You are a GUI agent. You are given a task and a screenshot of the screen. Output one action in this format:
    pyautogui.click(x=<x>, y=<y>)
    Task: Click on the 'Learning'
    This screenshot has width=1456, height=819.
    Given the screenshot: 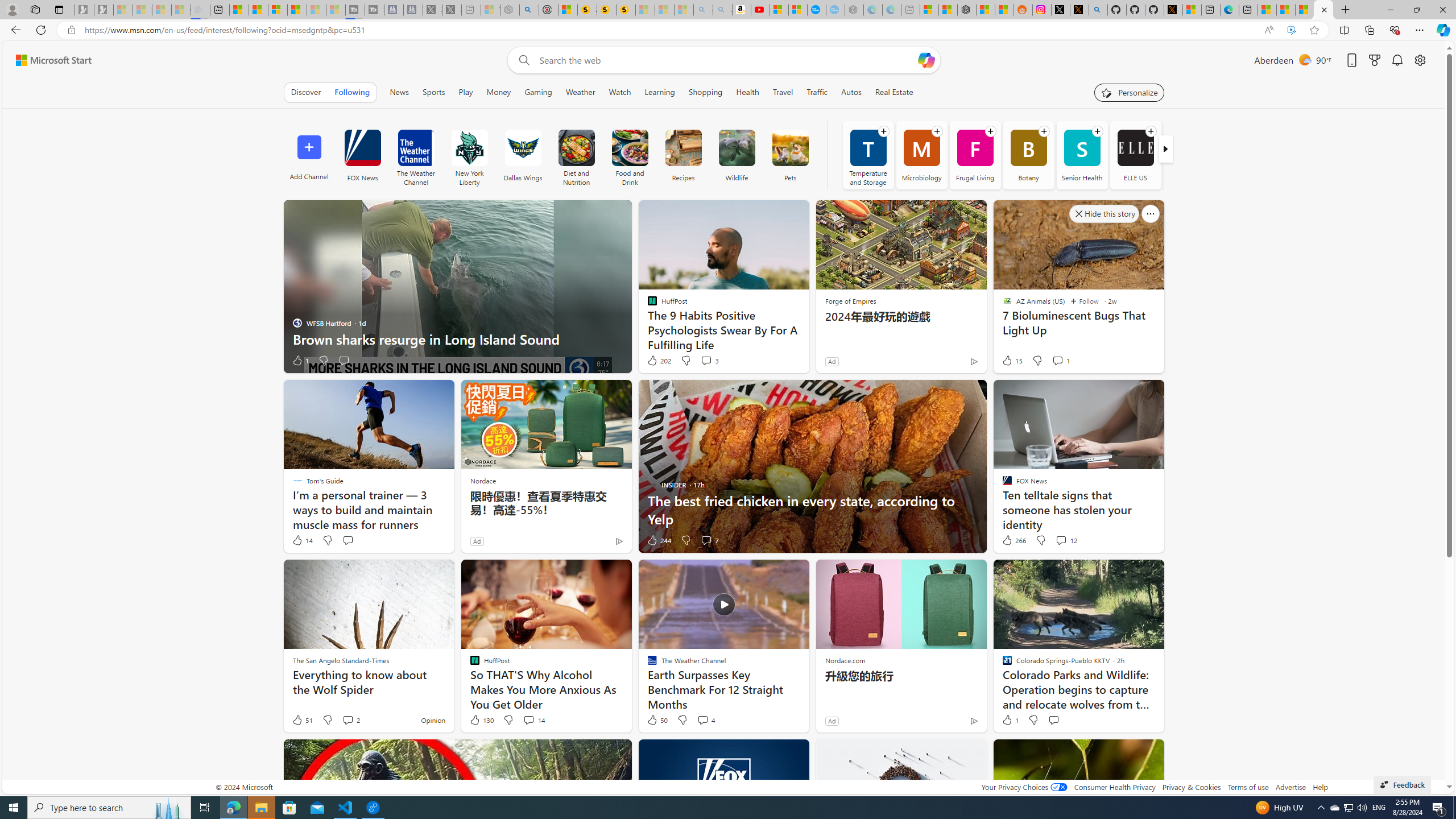 What is the action you would take?
    pyautogui.click(x=659, y=92)
    